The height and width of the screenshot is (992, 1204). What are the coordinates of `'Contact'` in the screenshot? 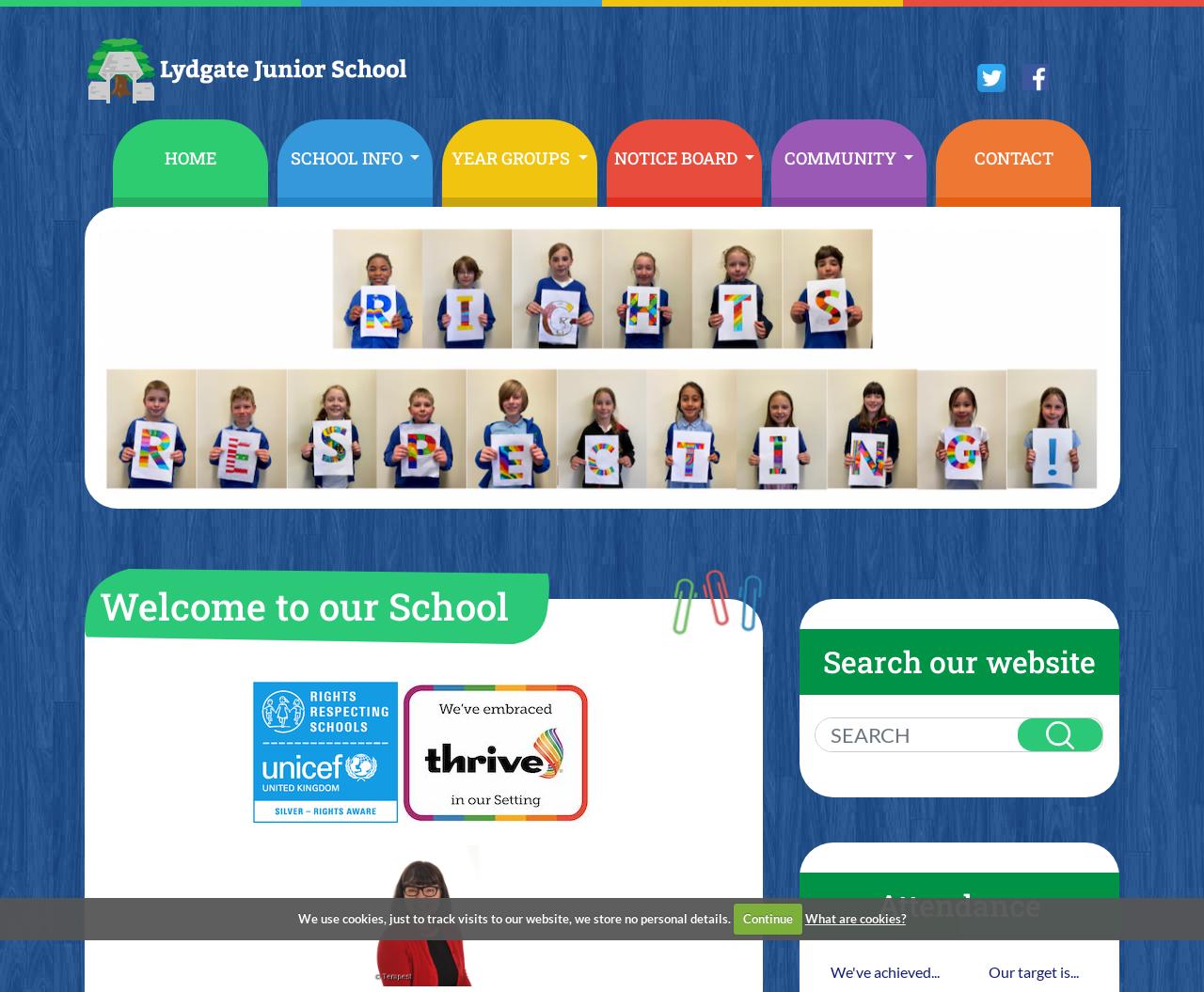 It's located at (1011, 157).